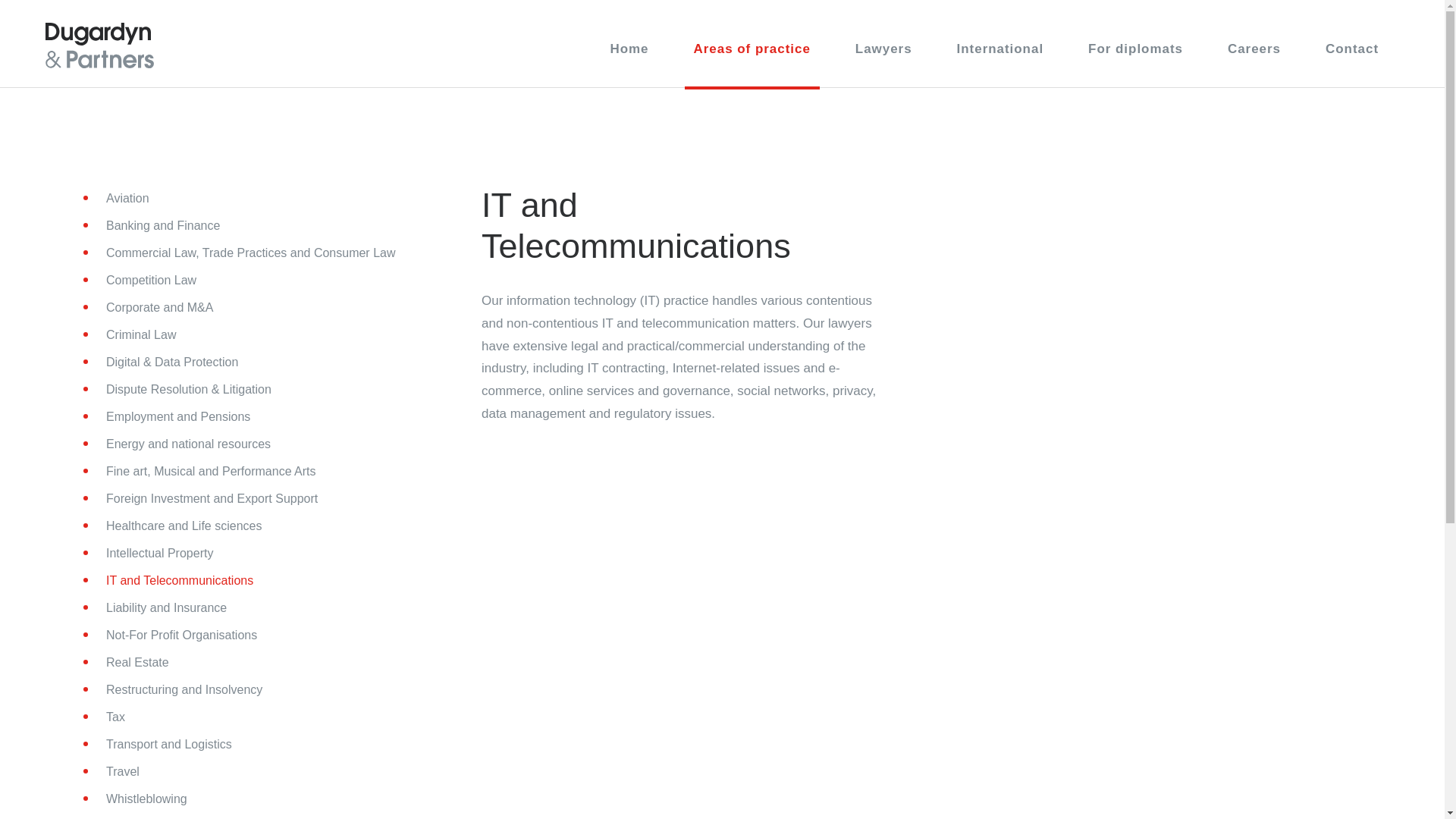  What do you see at coordinates (83, 417) in the screenshot?
I see `'Employment and Pensions'` at bounding box center [83, 417].